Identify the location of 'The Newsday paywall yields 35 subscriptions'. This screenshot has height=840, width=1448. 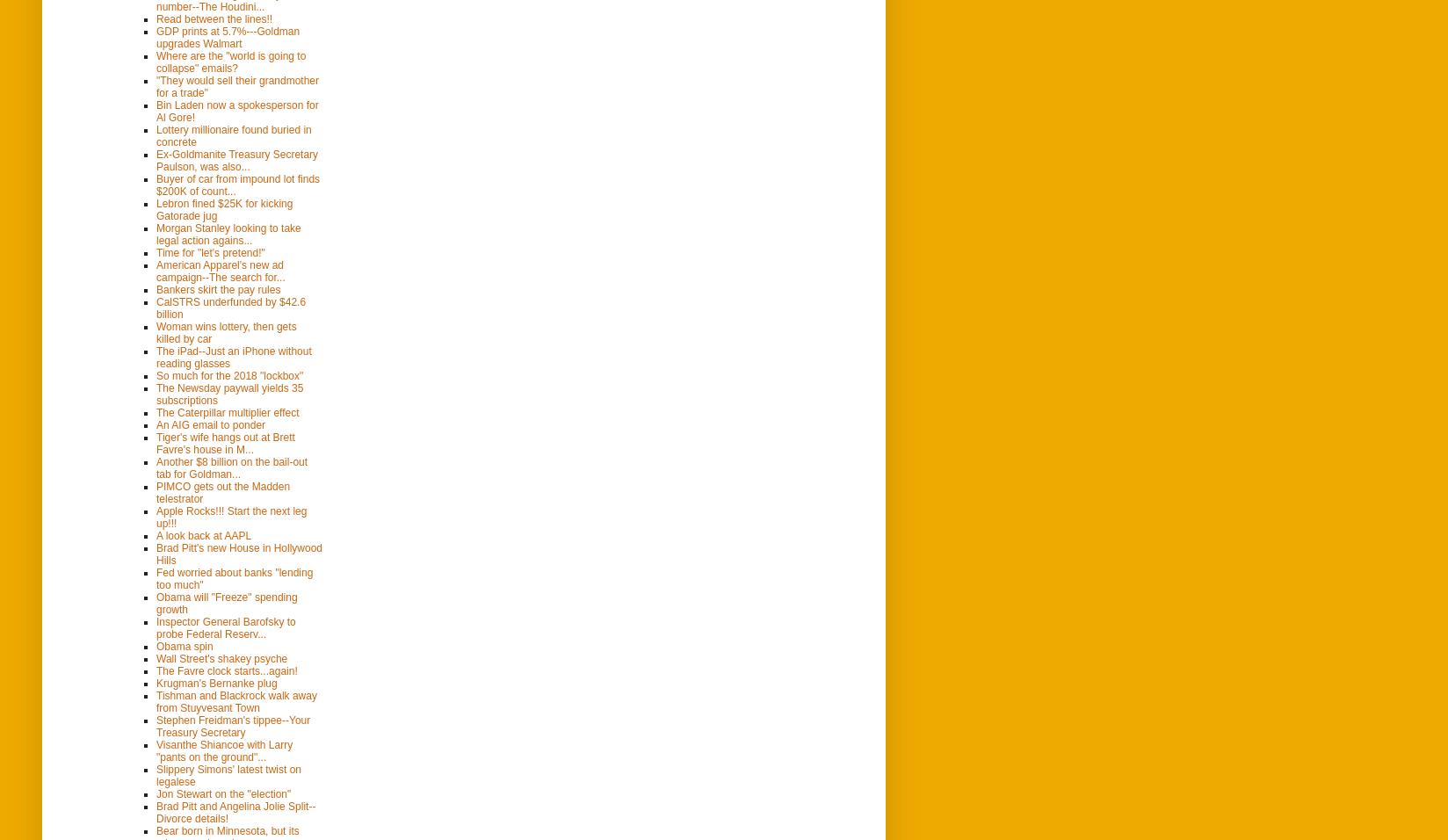
(156, 393).